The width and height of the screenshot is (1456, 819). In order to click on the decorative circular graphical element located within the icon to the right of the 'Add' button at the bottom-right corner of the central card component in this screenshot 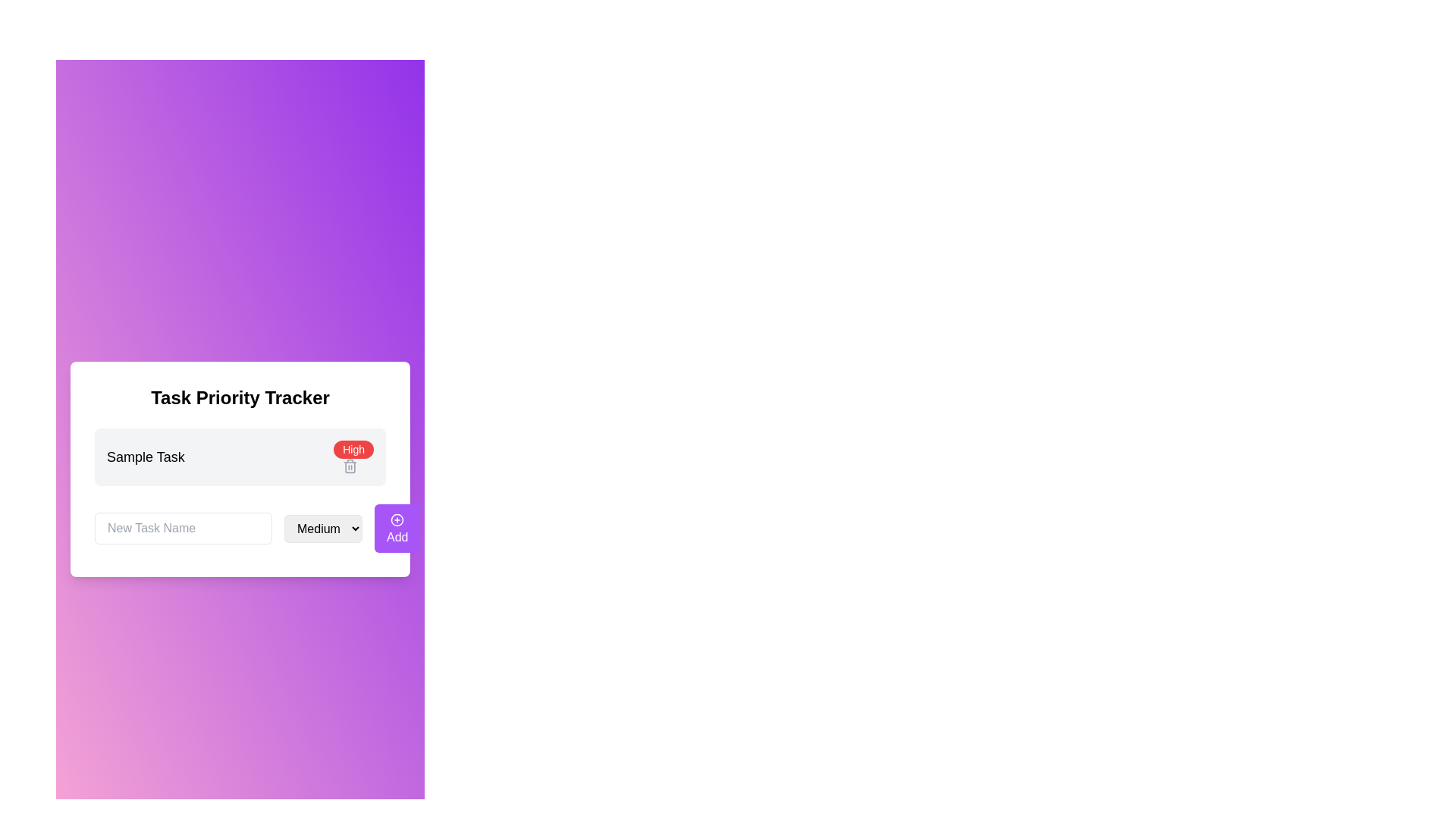, I will do `click(397, 519)`.